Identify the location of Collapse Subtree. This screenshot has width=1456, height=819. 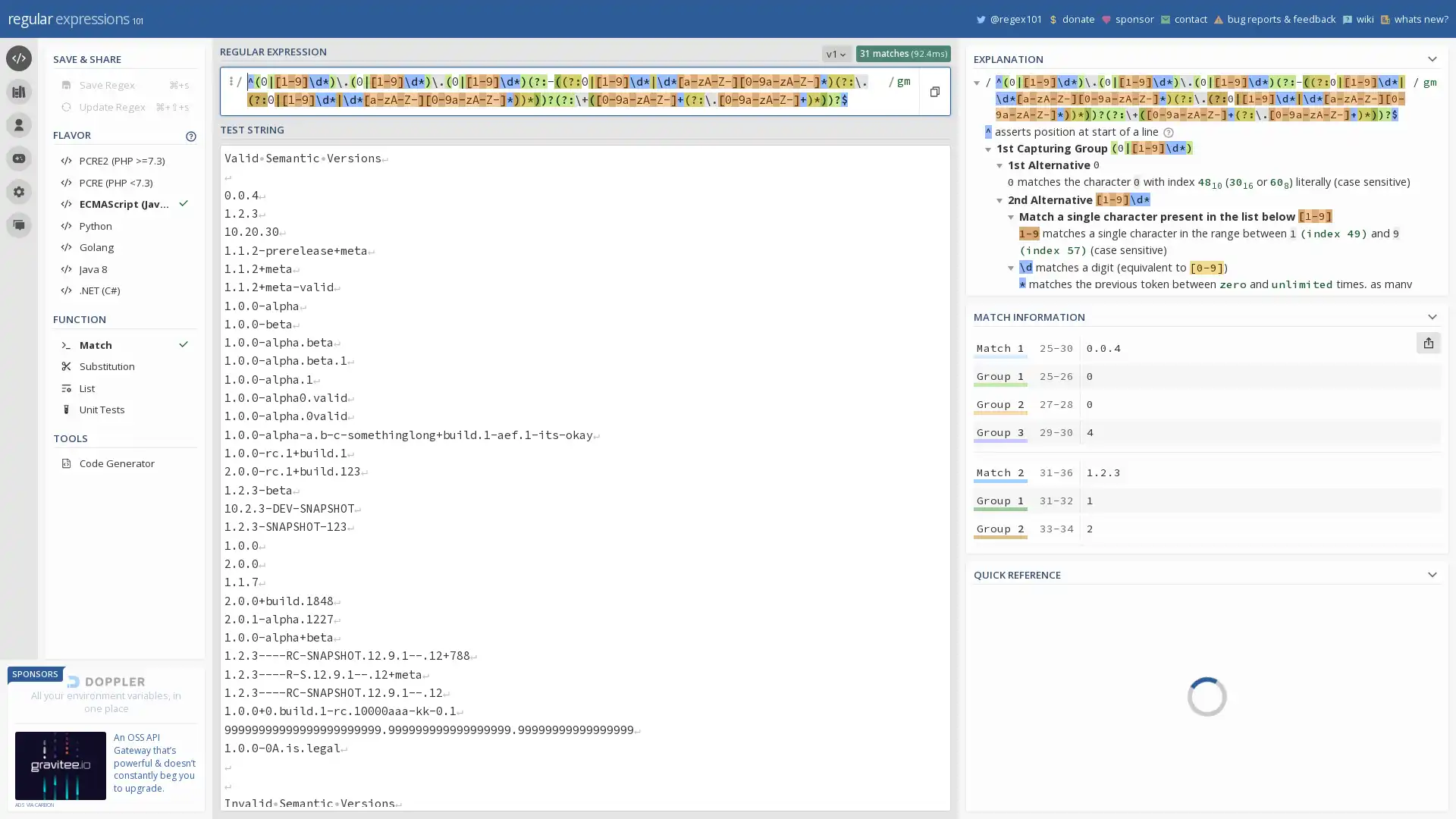
(1002, 541).